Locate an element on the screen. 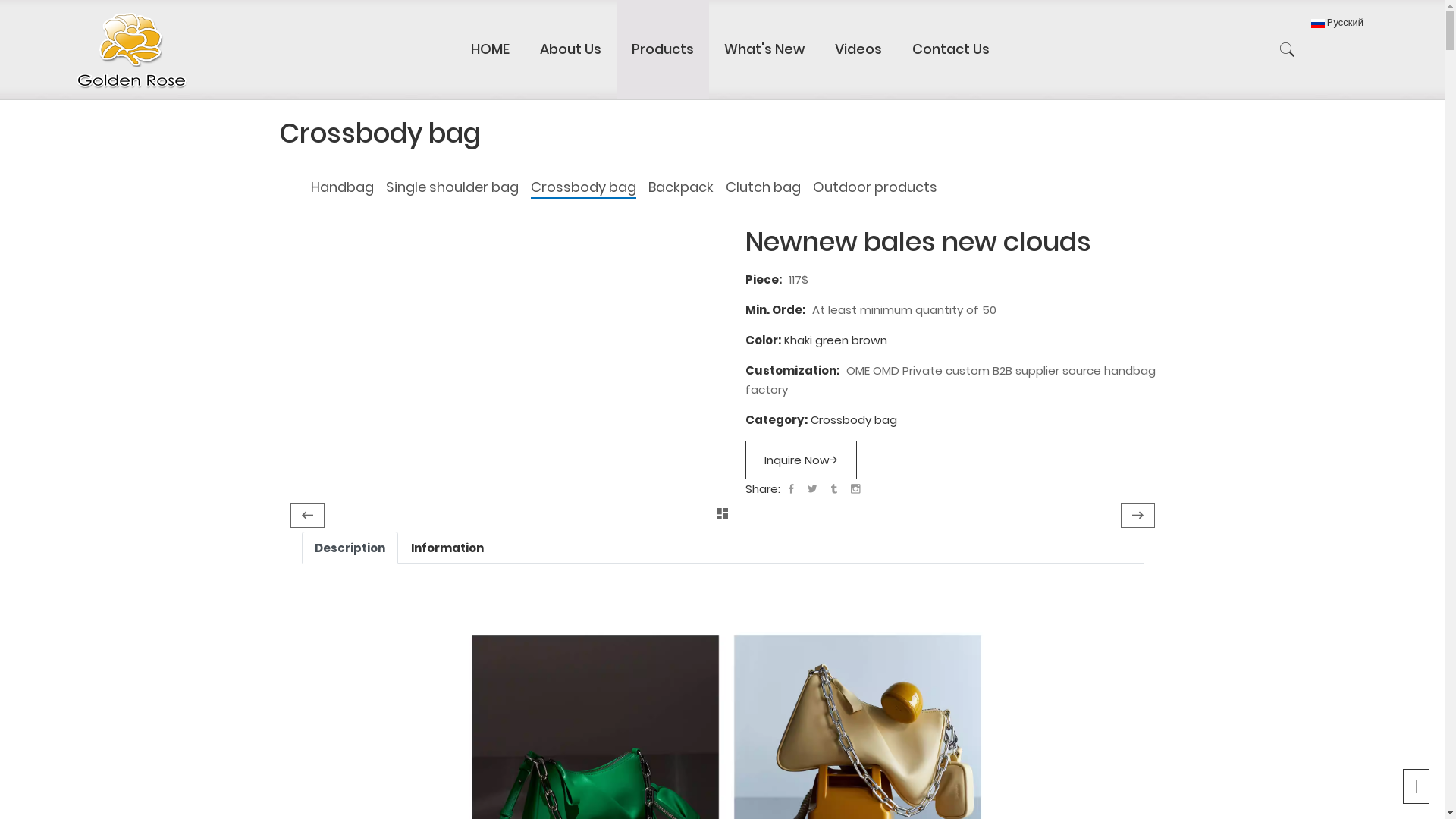 Image resolution: width=1456 pixels, height=819 pixels. 'Backpack' is located at coordinates (648, 186).